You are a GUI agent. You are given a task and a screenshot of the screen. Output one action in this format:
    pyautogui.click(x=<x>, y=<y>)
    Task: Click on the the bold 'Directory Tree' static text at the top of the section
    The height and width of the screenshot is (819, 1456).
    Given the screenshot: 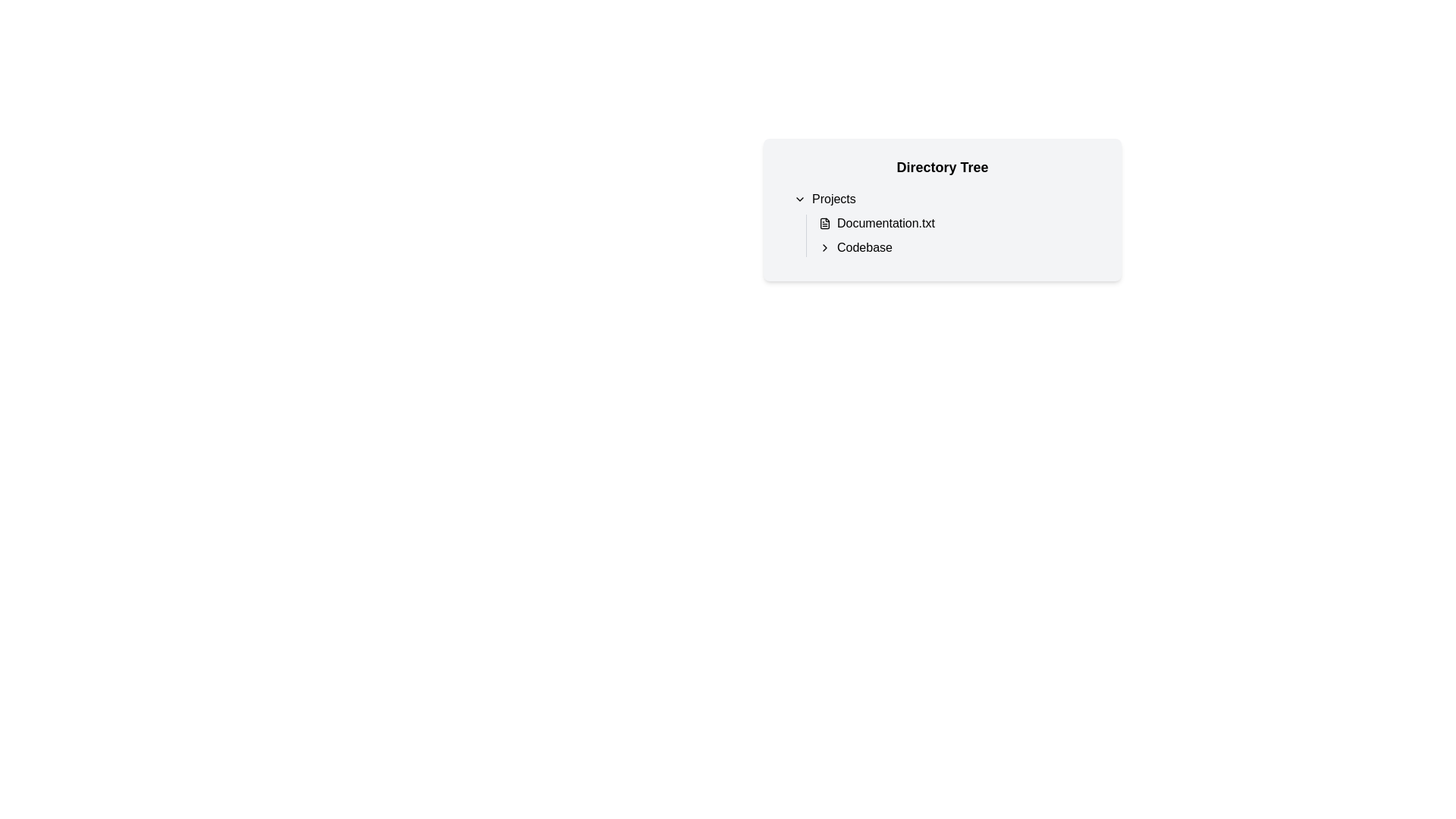 What is the action you would take?
    pyautogui.click(x=942, y=167)
    